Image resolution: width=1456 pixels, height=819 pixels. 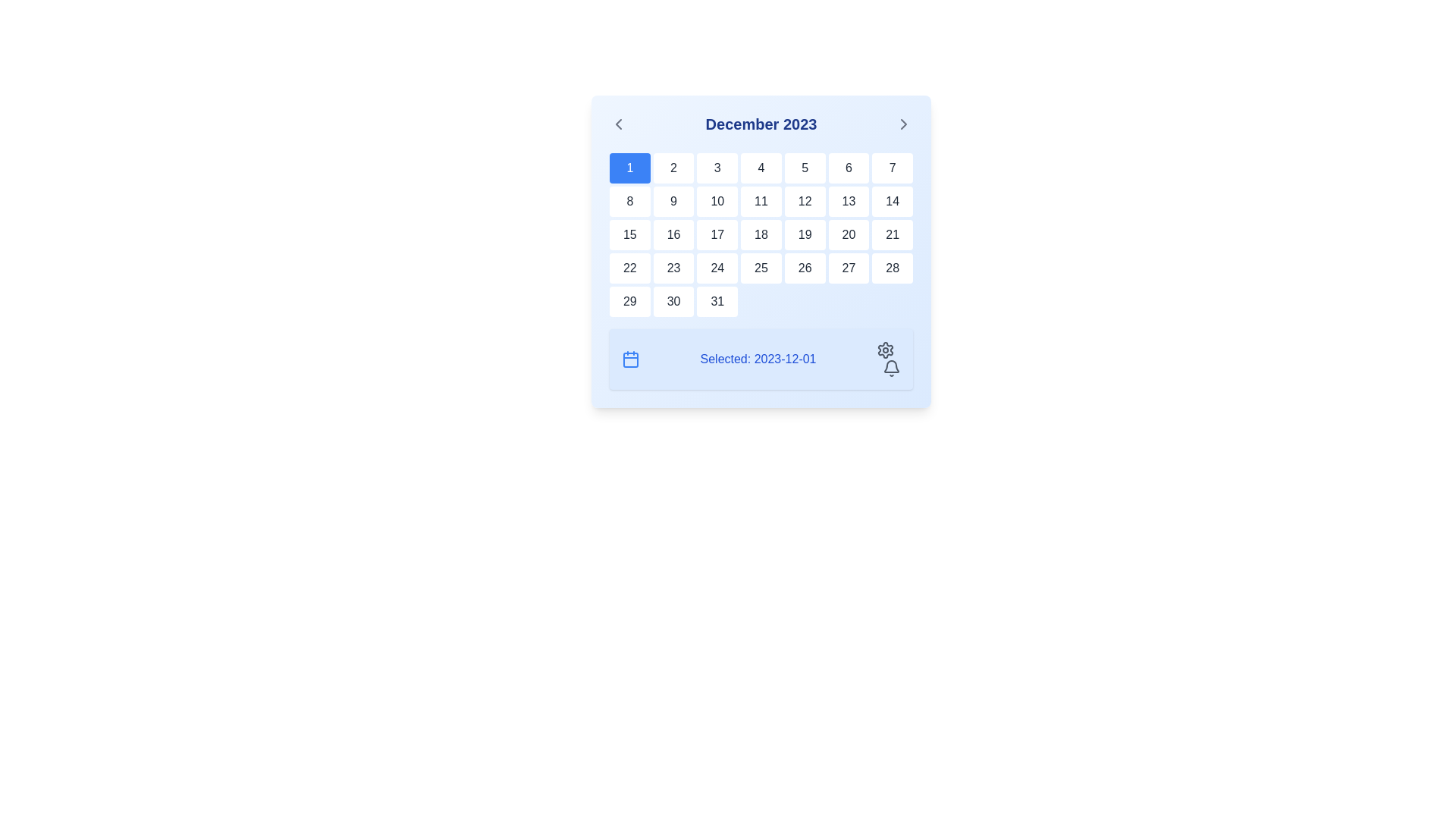 I want to click on the button representing day '5' in the calendar grid, so click(x=804, y=168).